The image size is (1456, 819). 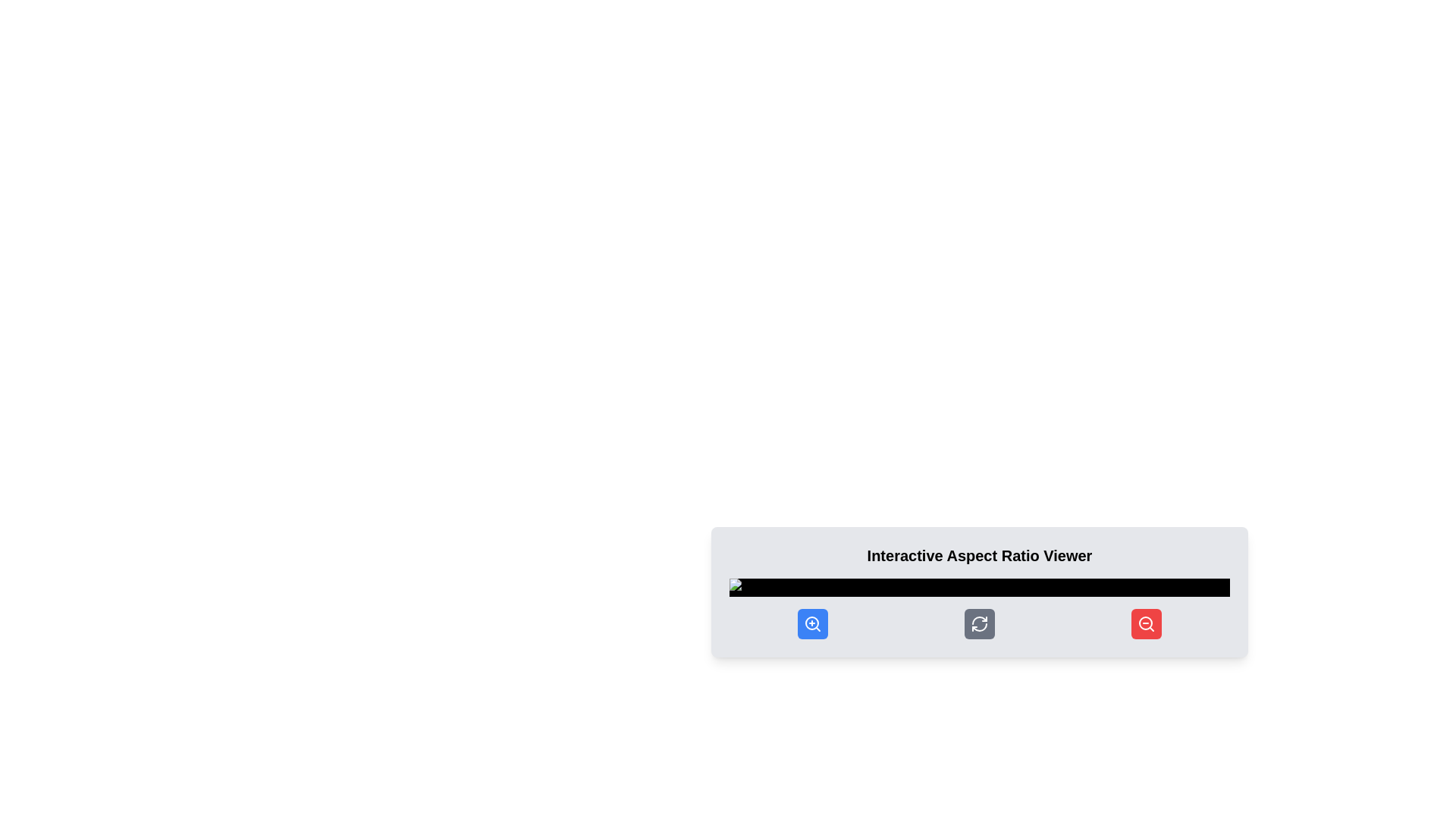 I want to click on the zoom-out icon located on the far-right side of the horizontal toolbar with a red background to reduce the view of the displayed content, so click(x=1147, y=623).